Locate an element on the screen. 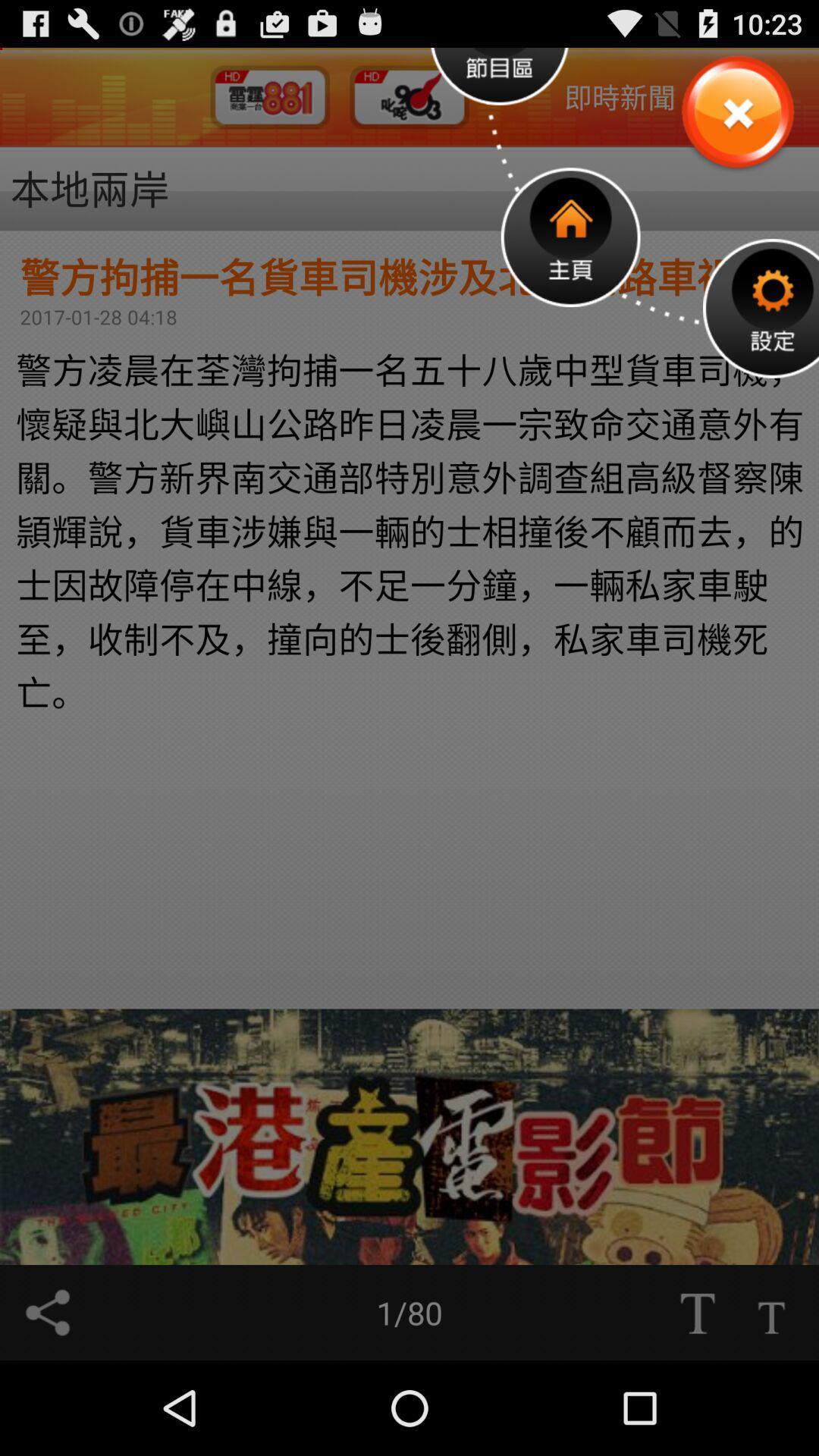 Image resolution: width=819 pixels, height=1456 pixels. cloth the option is located at coordinates (736, 112).